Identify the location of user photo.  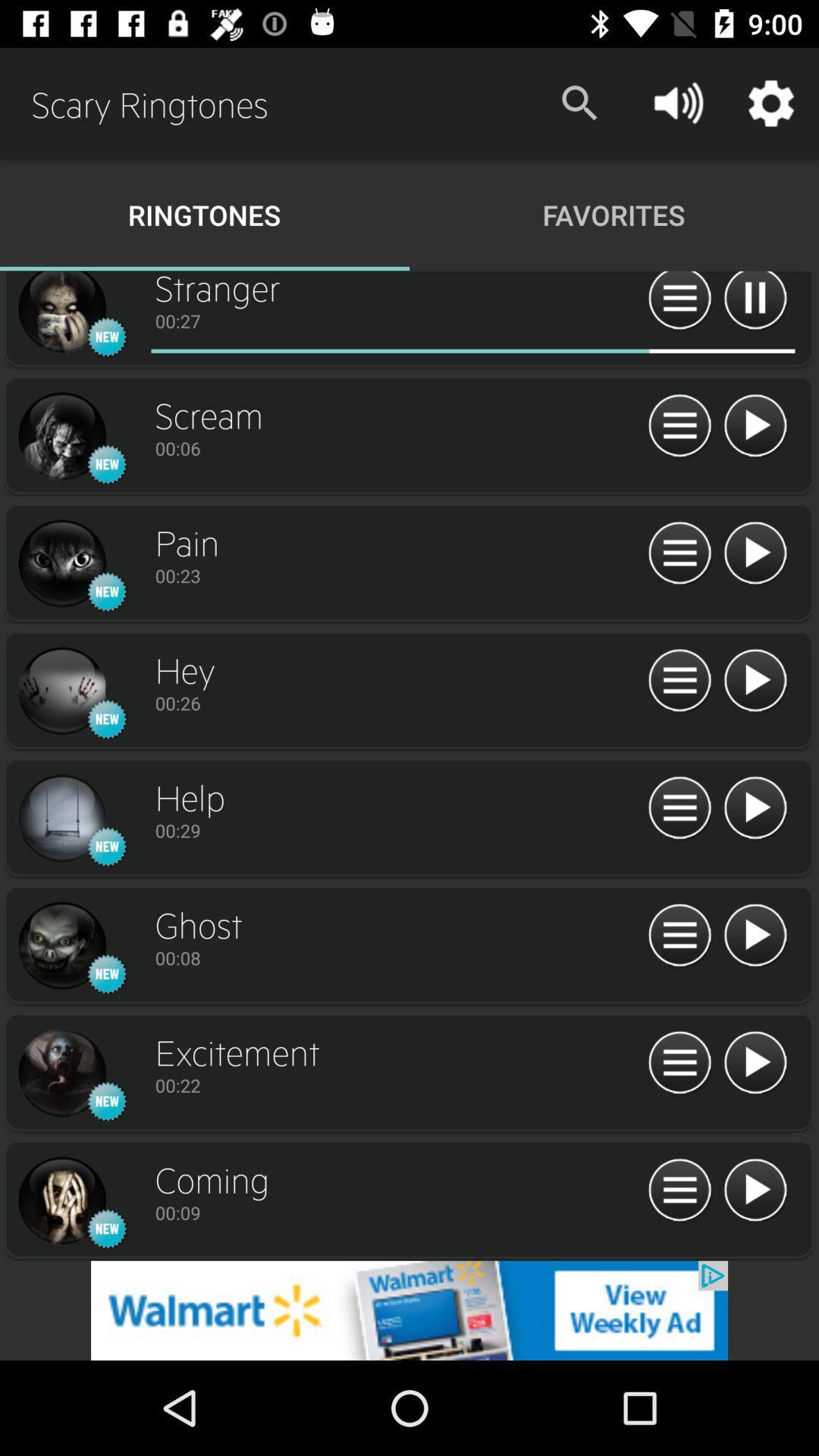
(61, 436).